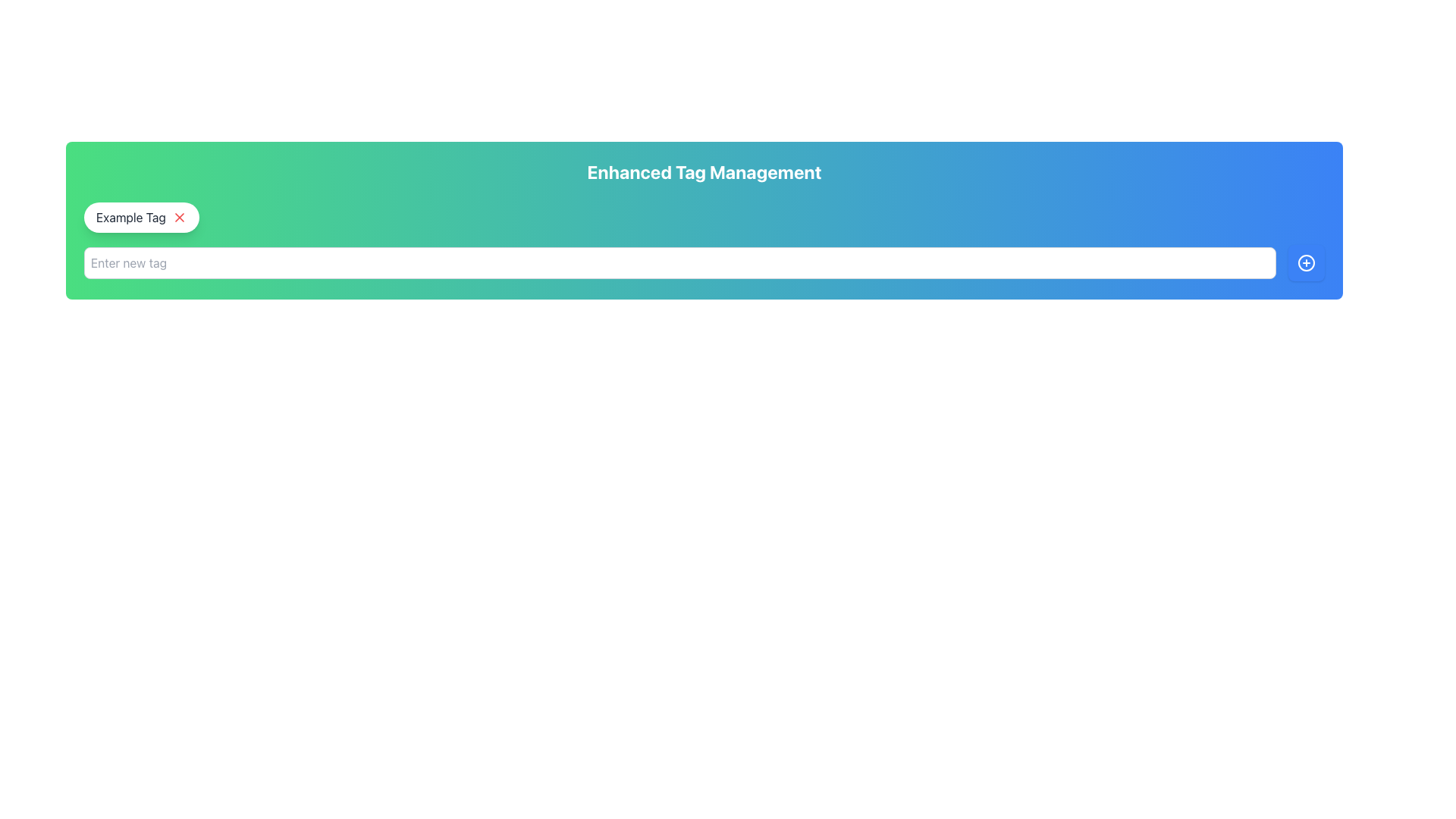 This screenshot has width=1456, height=819. What do you see at coordinates (1306, 262) in the screenshot?
I see `the Circle graphic within the SVG icon located at the right end of the horizontal input field` at bounding box center [1306, 262].